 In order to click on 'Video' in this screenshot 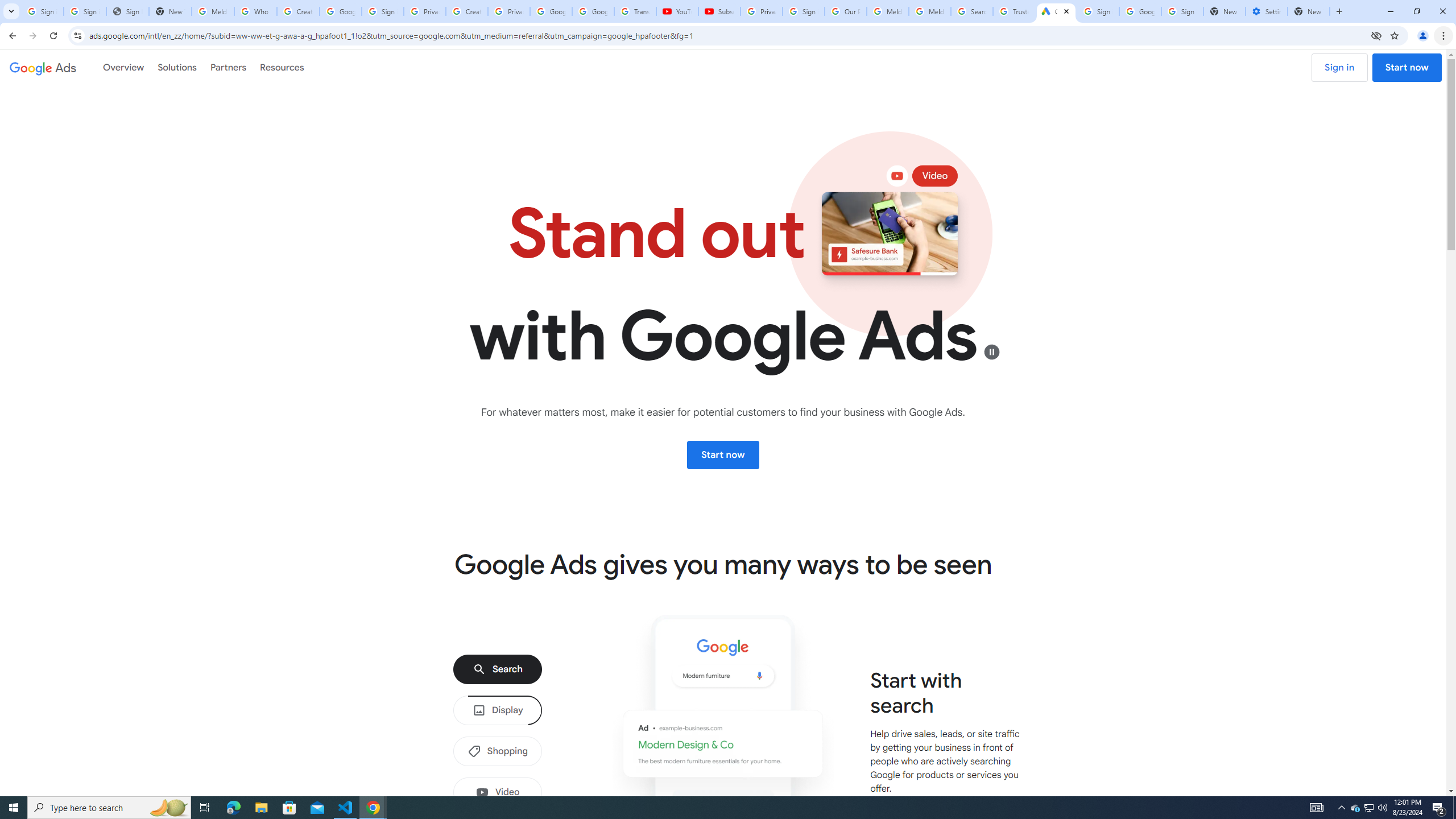, I will do `click(498, 791)`.